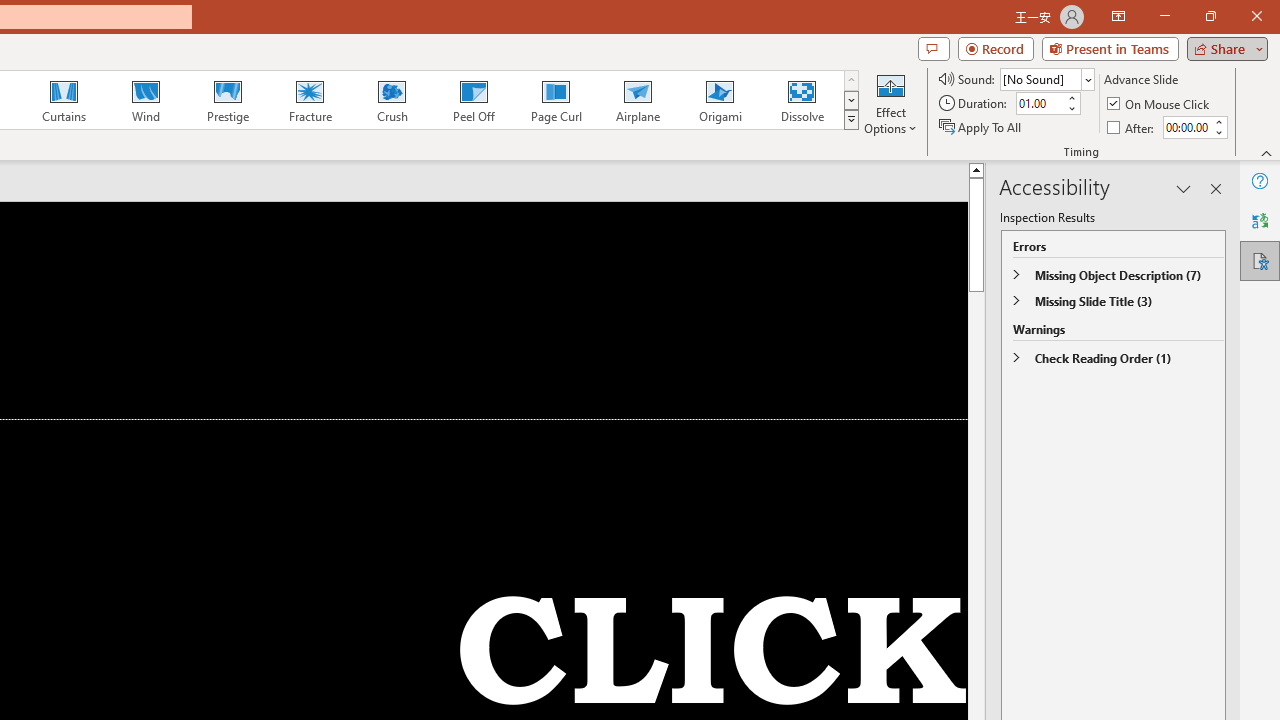 This screenshot has width=1280, height=720. I want to click on 'Crush', so click(391, 100).